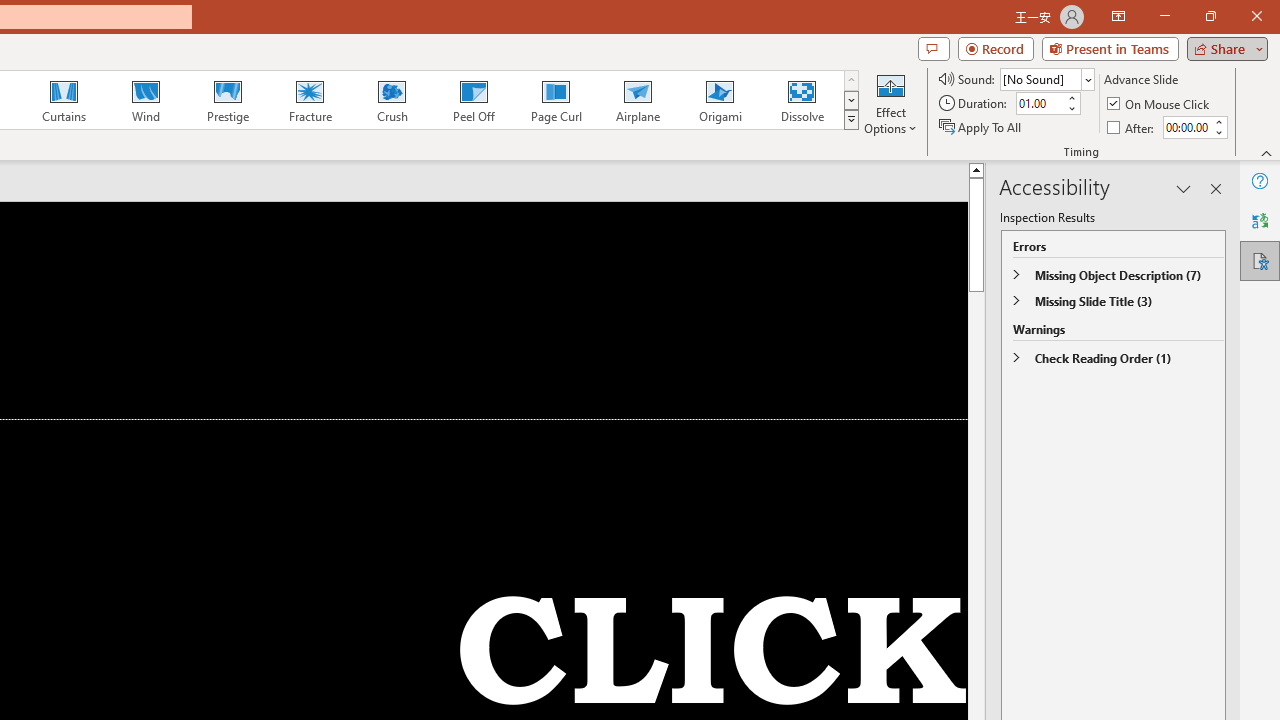 This screenshot has width=1280, height=720. I want to click on 'Crush', so click(391, 100).